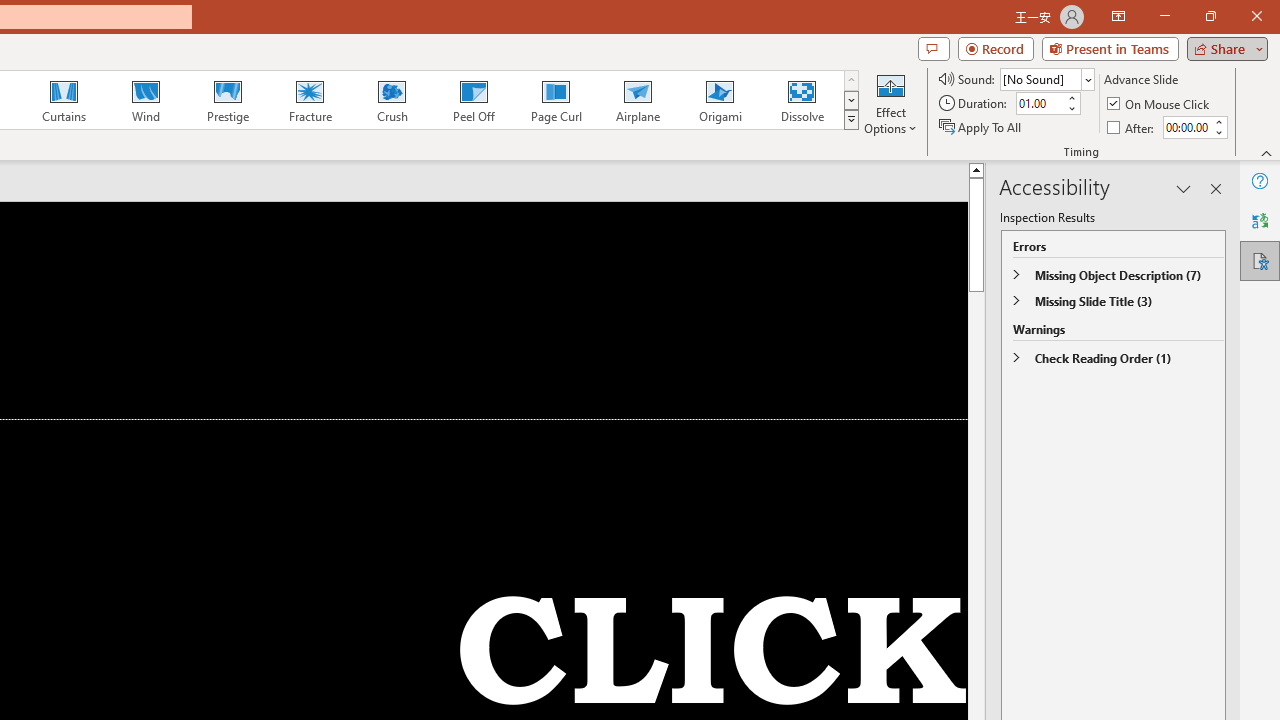 This screenshot has width=1280, height=720. I want to click on 'Crush', so click(391, 100).